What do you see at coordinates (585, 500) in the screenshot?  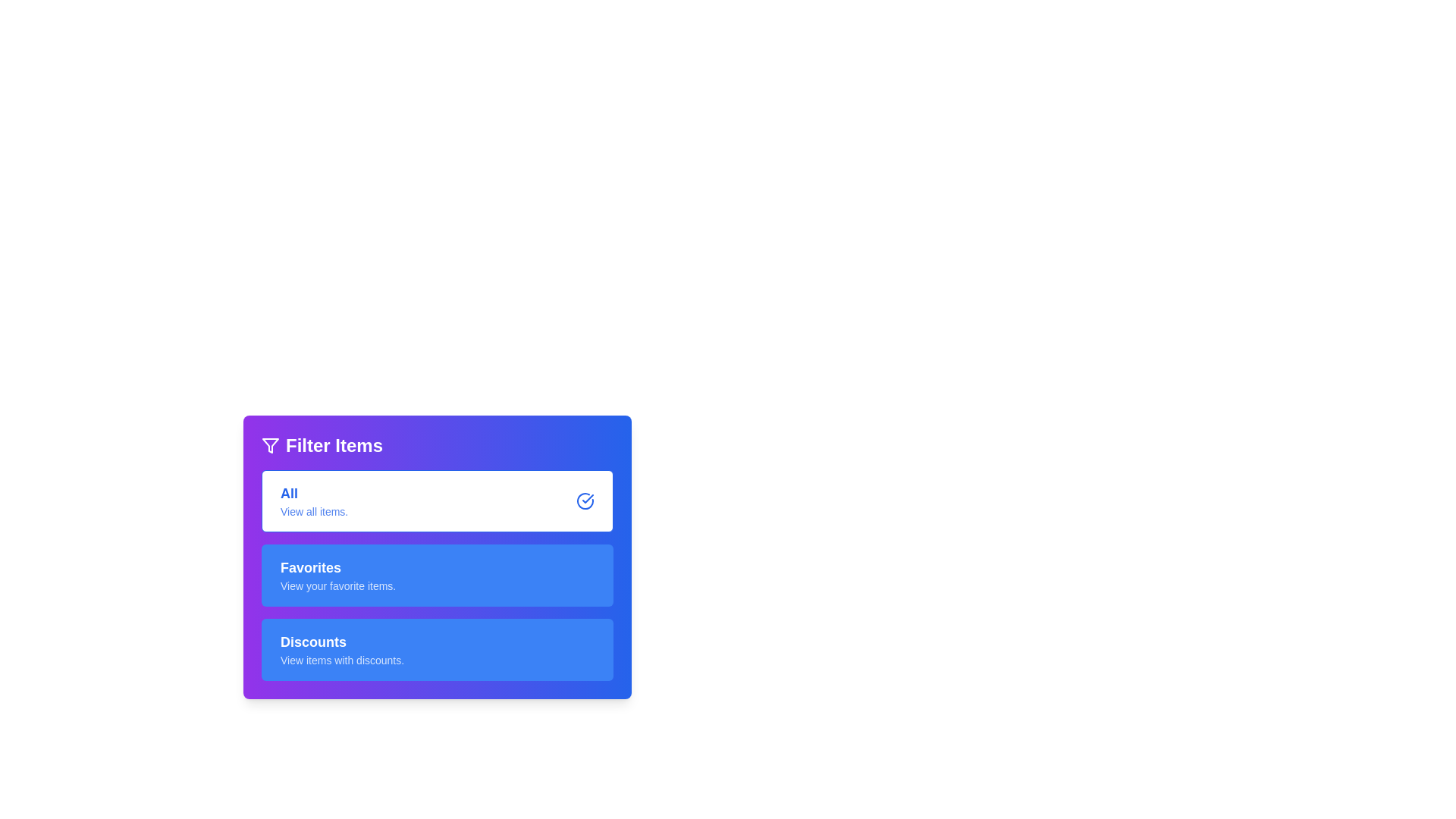 I see `the circular graphic icon with a blue outline and checkmark, located to the far right of the 'All' section within the interactive card labeled 'All View all items.'` at bounding box center [585, 500].